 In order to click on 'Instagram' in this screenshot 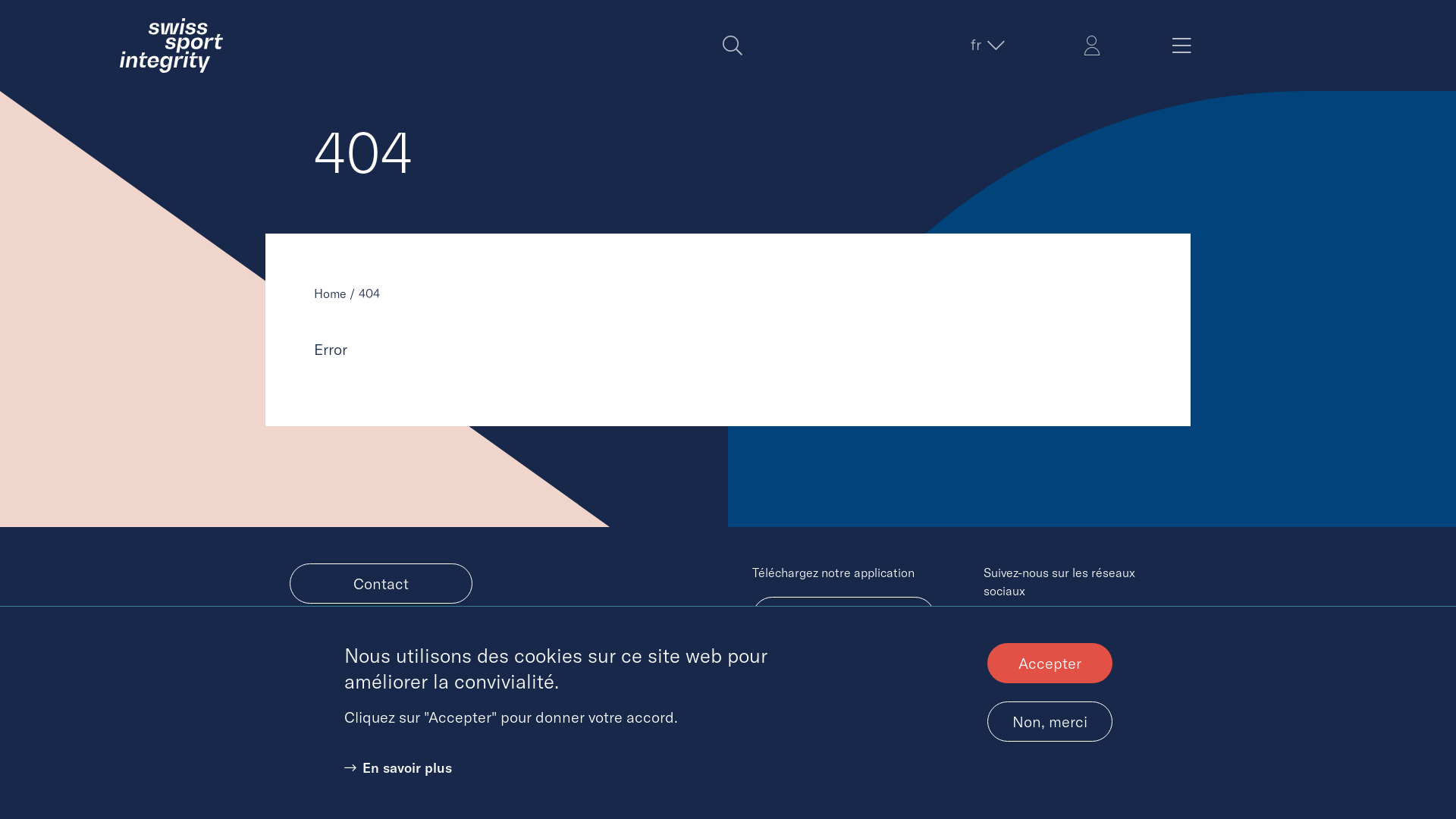, I will do `click(1088, 629)`.